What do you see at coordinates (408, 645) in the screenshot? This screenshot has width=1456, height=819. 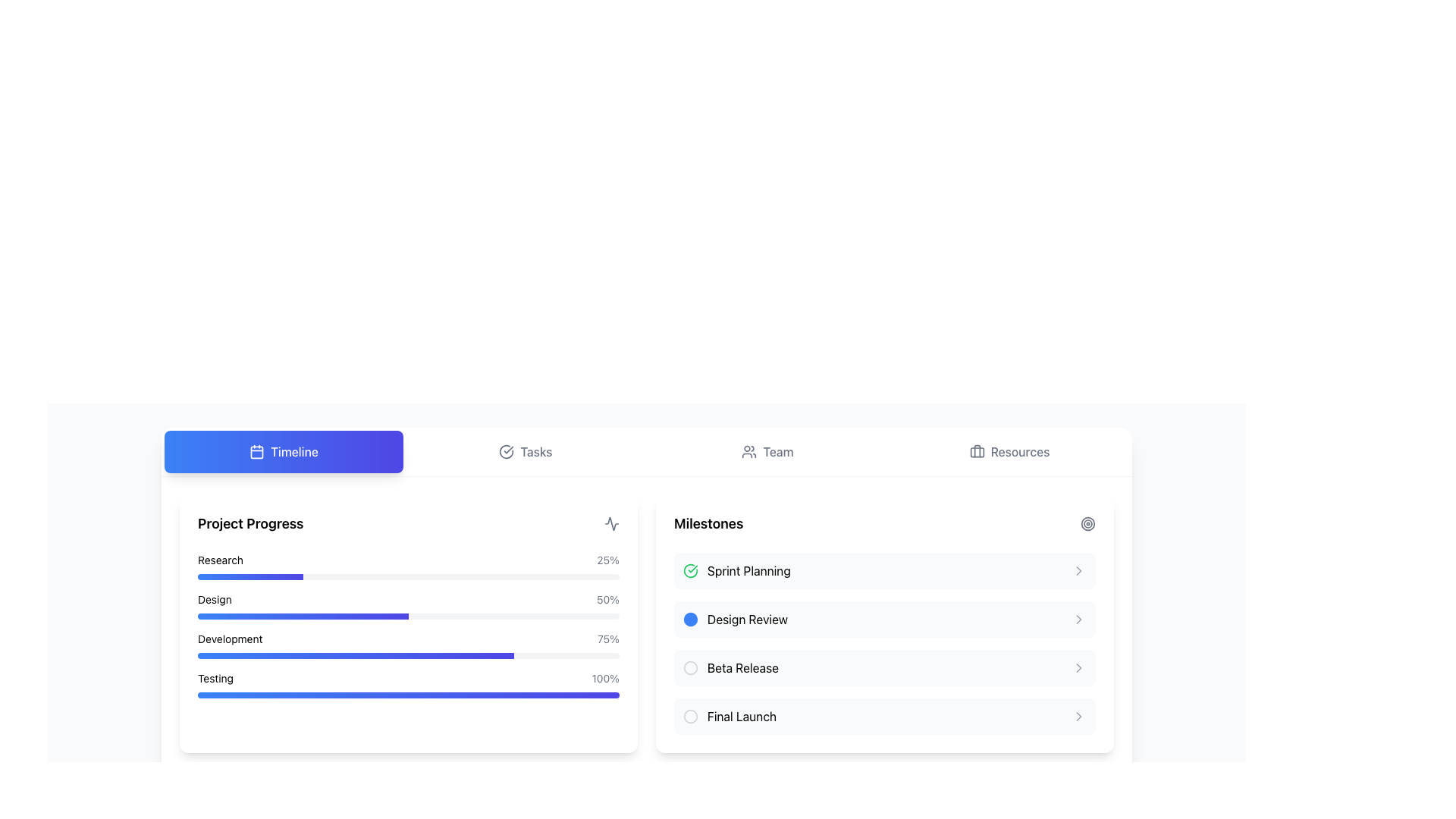 I see `accessibility features of the 'Development' progress bar element, which displays '75%' completion in a gradient blue to indigo bar, located in the 'Project Progress' list as the third item` at bounding box center [408, 645].